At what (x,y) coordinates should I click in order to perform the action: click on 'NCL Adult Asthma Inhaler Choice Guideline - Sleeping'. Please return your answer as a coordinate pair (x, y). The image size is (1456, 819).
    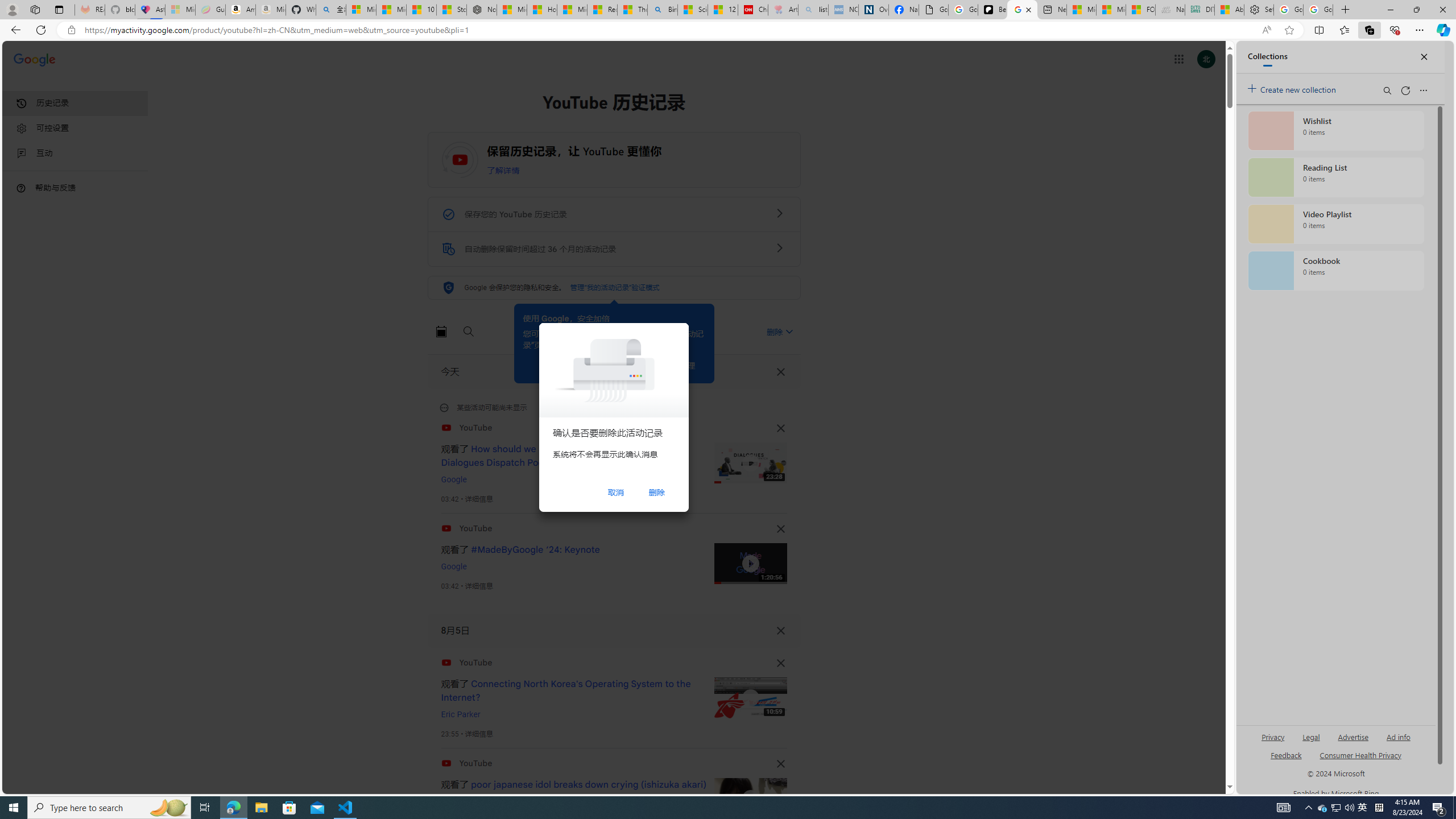
    Looking at the image, I should click on (843, 9).